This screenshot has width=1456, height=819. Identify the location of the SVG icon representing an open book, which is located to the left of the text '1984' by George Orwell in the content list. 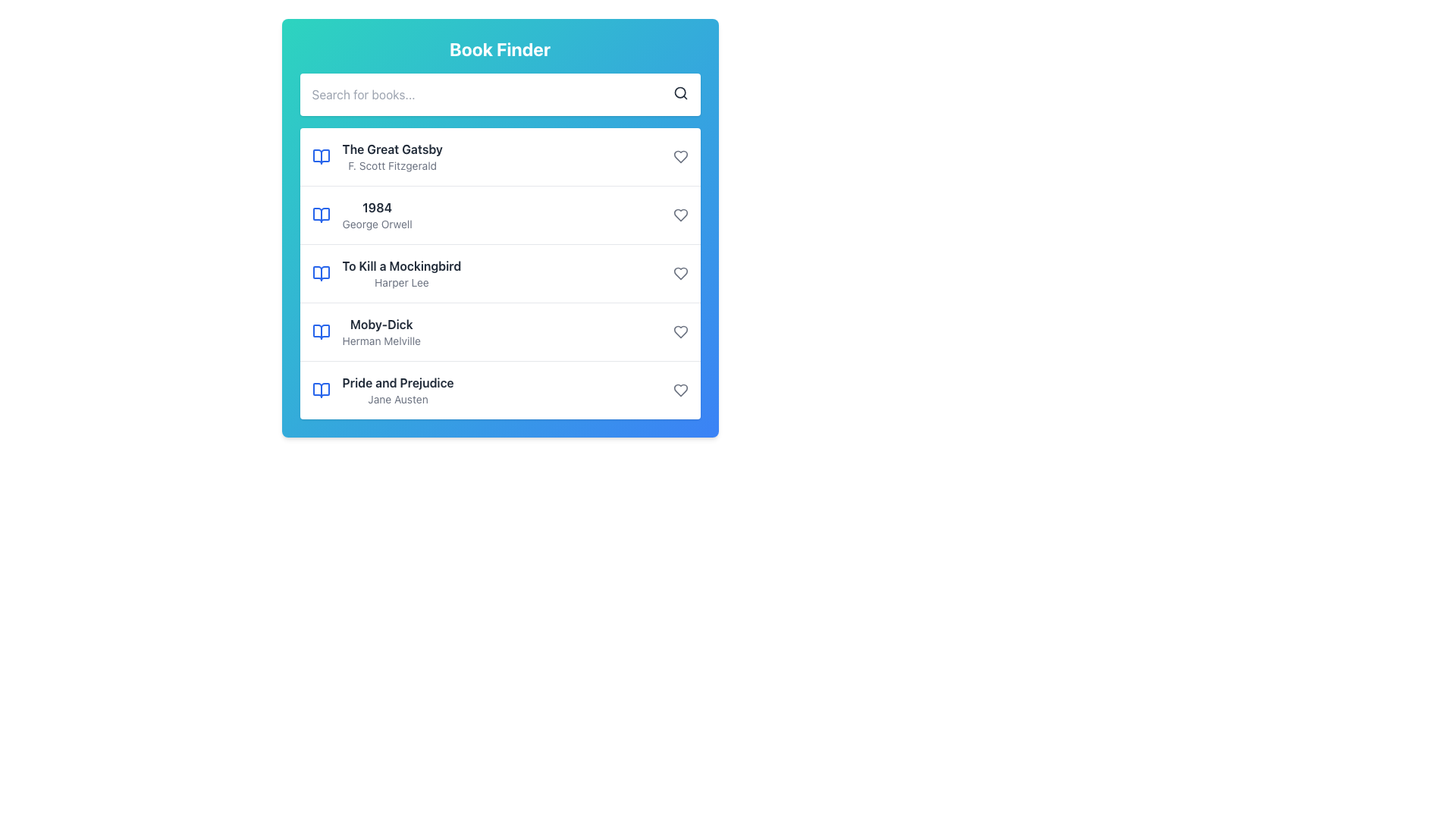
(320, 215).